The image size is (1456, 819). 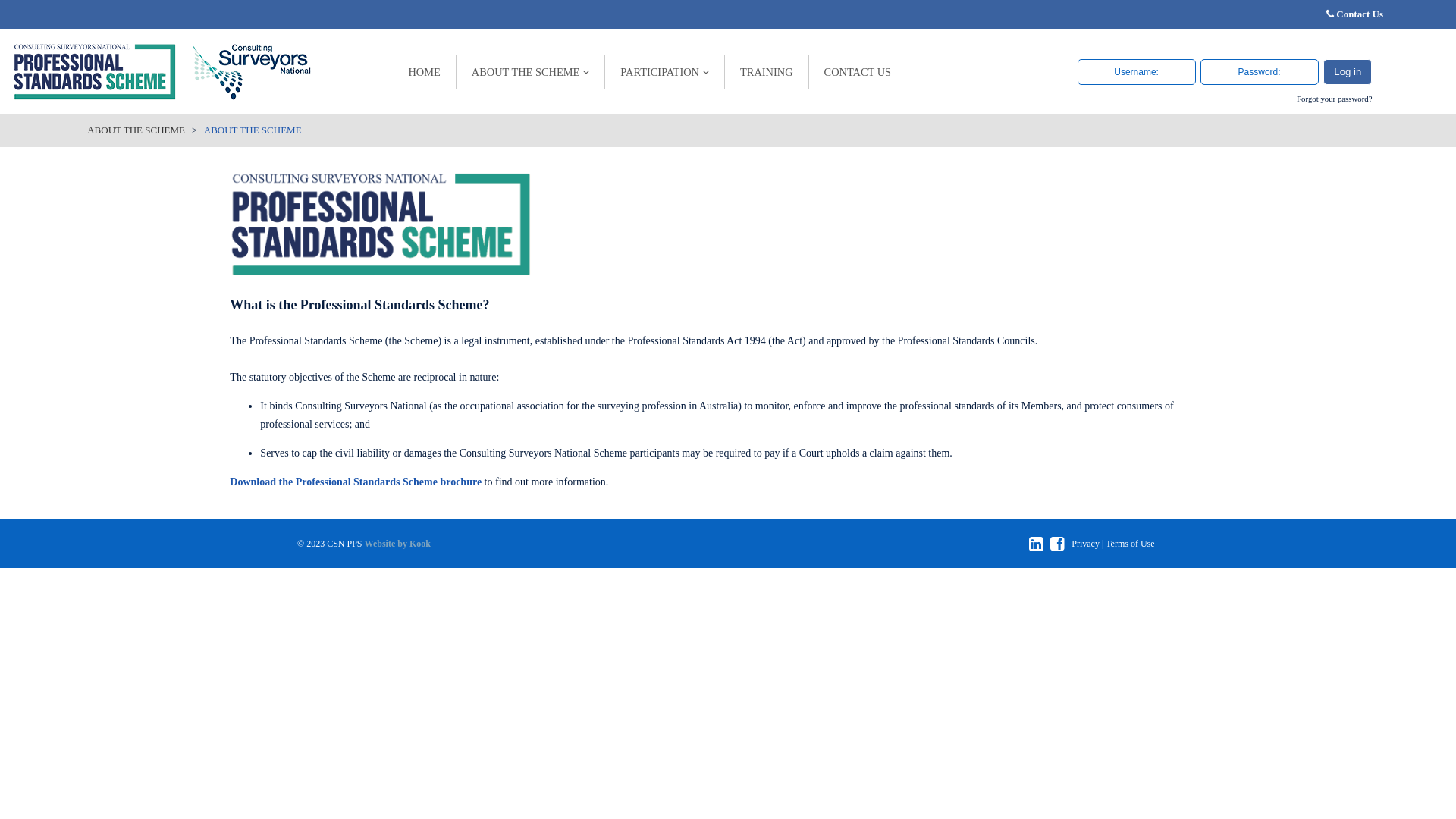 I want to click on 'Privacy', so click(x=1084, y=543).